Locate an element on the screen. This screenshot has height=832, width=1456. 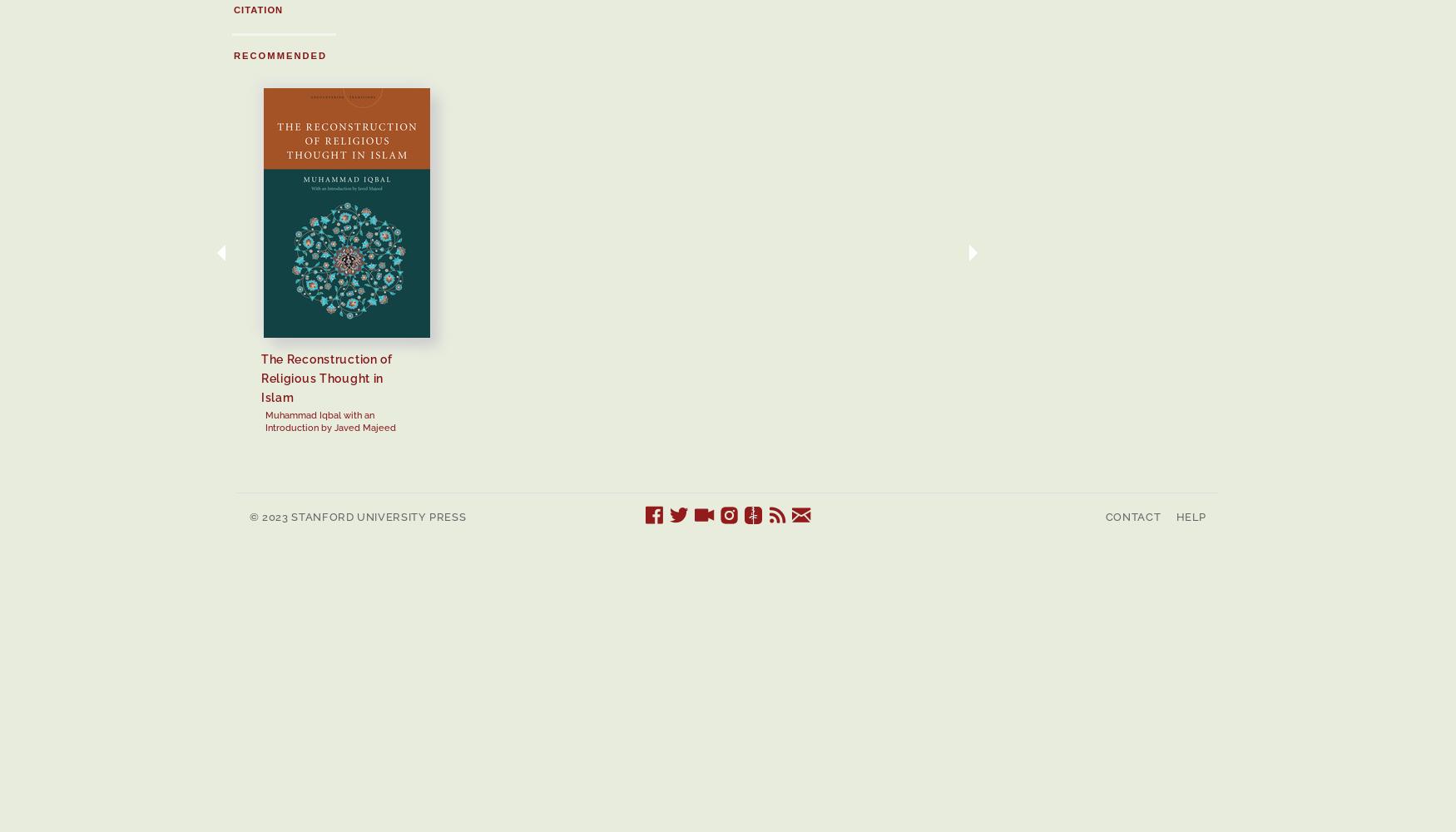
'Shari’a' is located at coordinates (1431, 359).